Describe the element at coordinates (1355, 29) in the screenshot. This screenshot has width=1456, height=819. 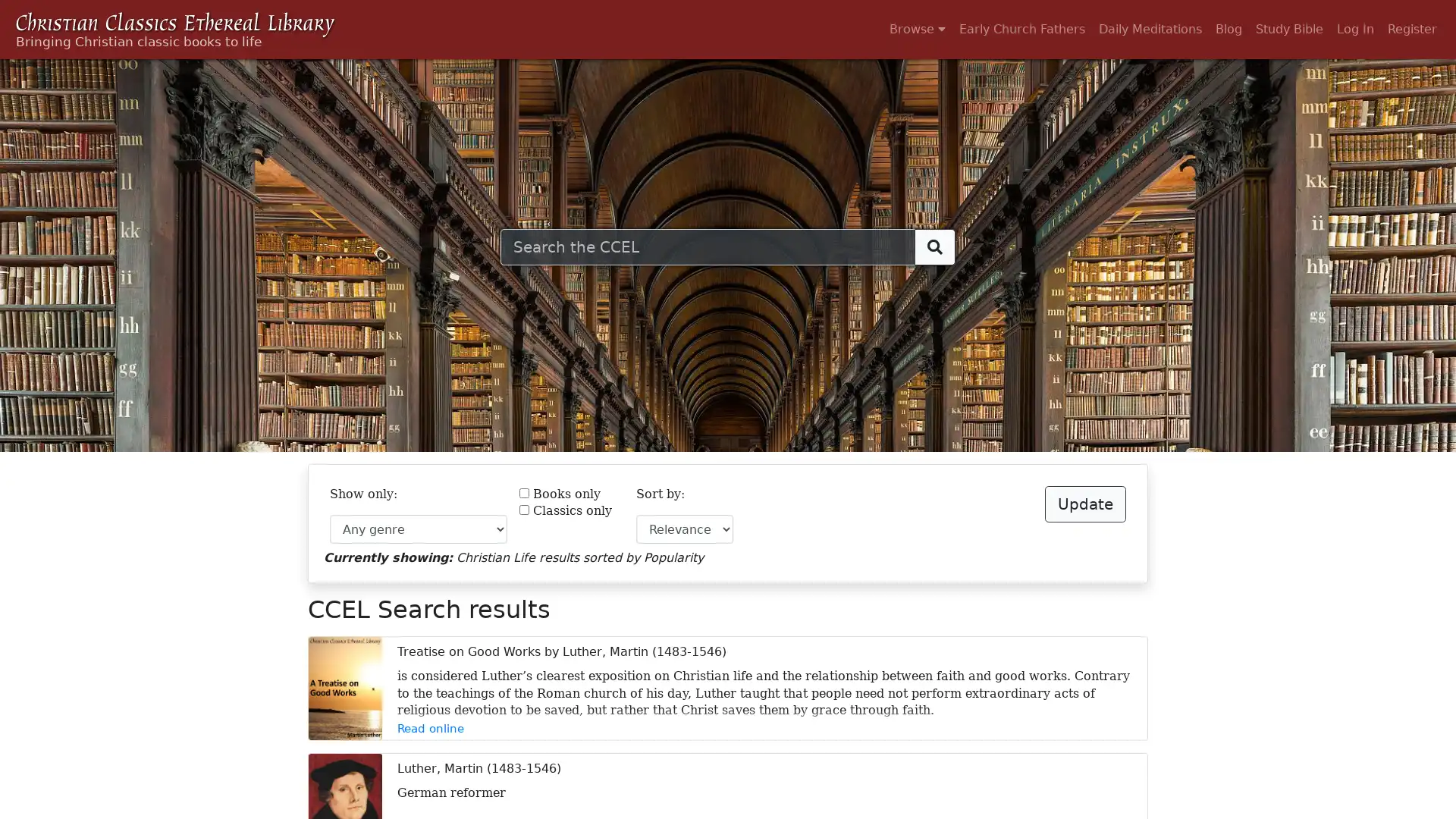
I see `Log In` at that location.